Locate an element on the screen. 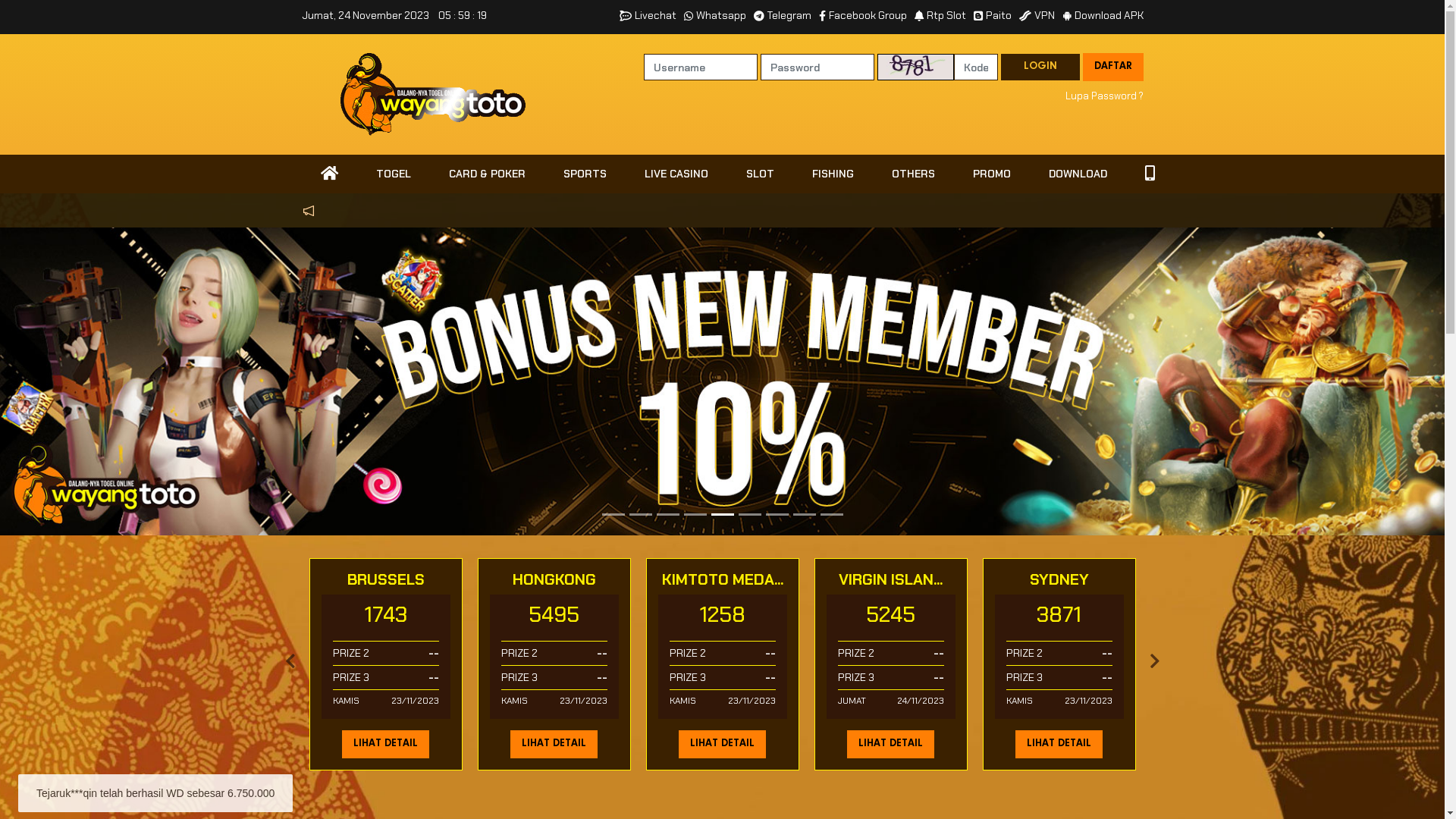  'Next' is located at coordinates (1147, 663).